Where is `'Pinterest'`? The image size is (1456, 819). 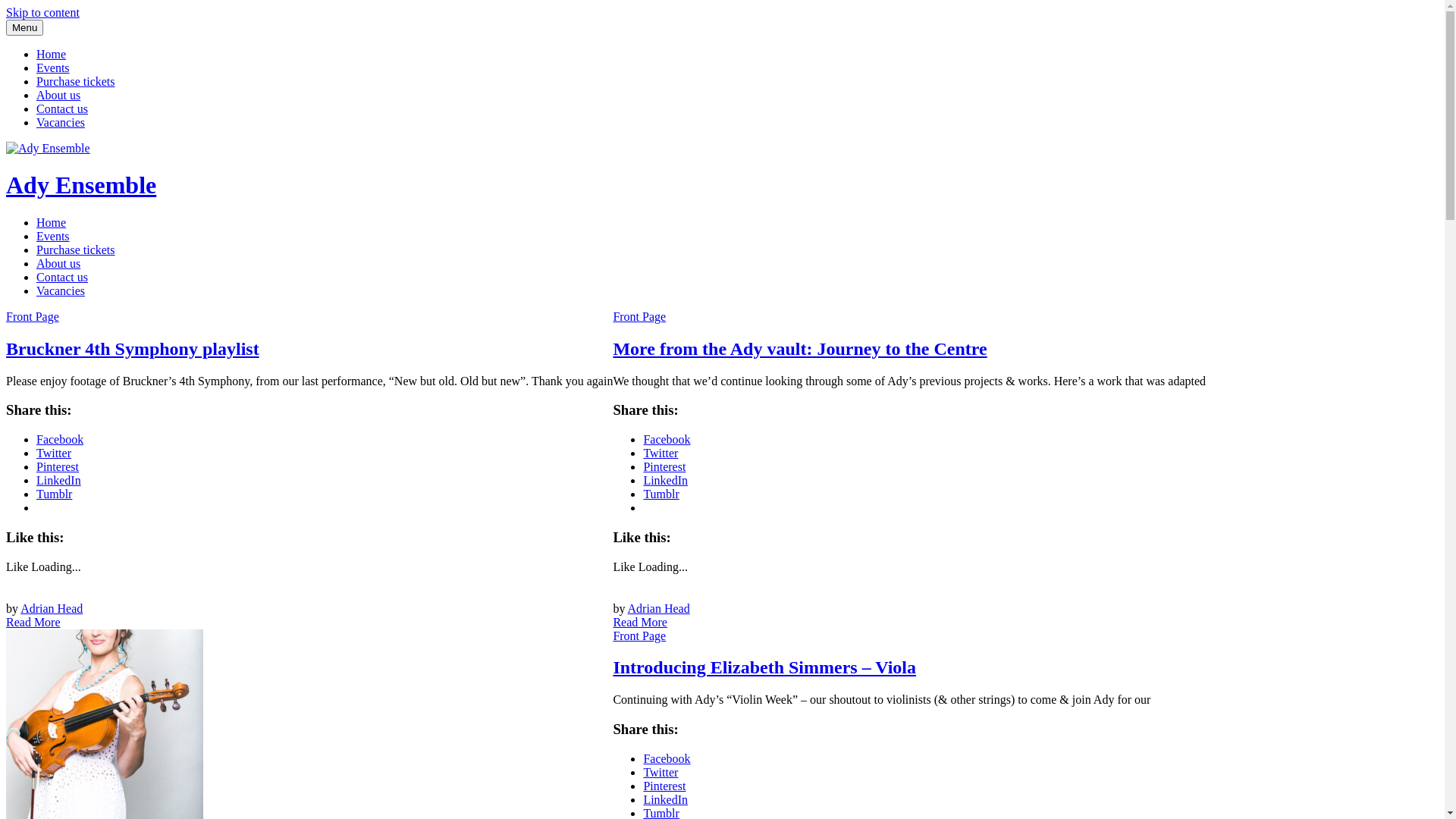 'Pinterest' is located at coordinates (36, 466).